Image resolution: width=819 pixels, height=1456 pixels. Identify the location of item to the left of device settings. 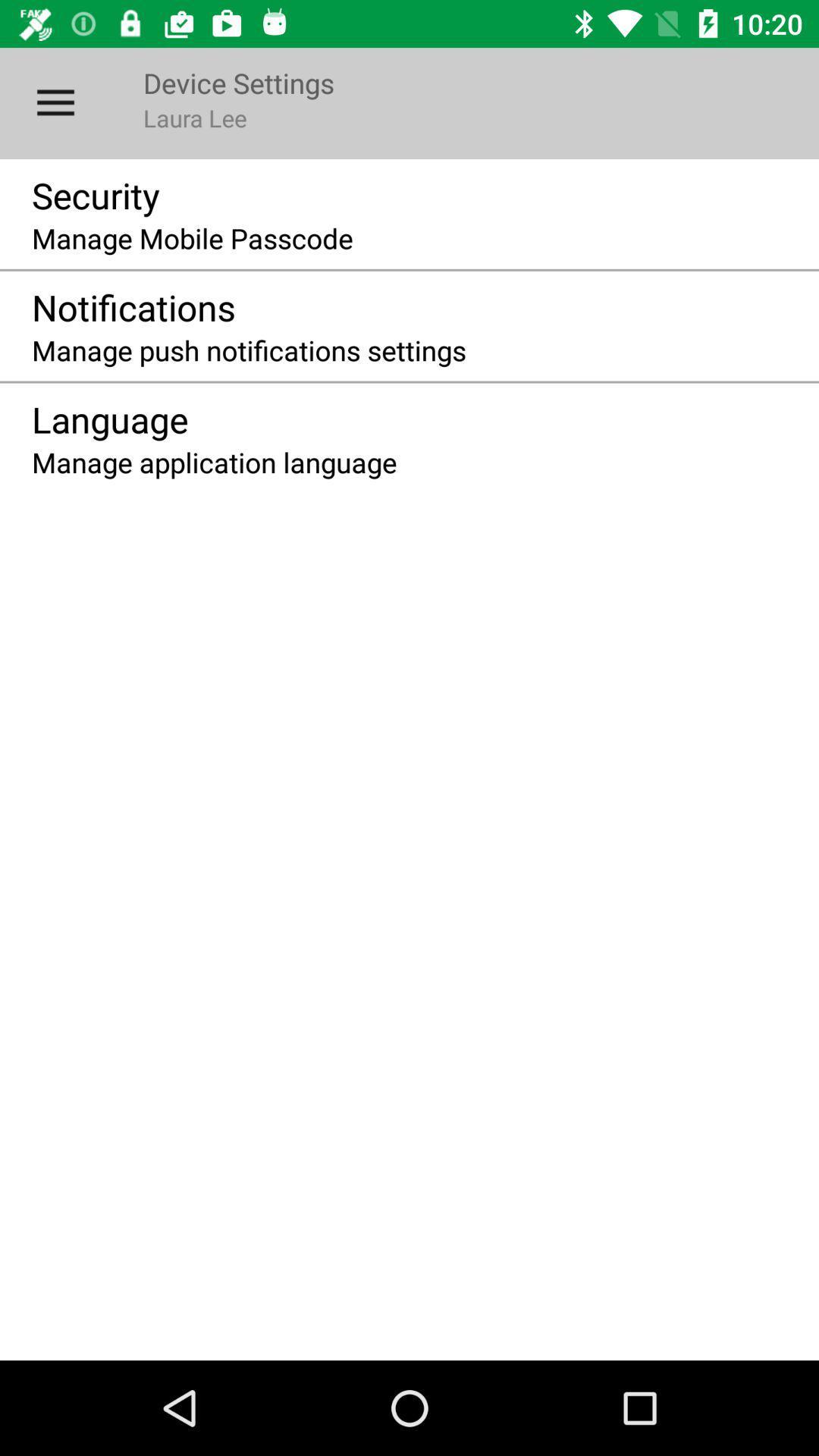
(55, 102).